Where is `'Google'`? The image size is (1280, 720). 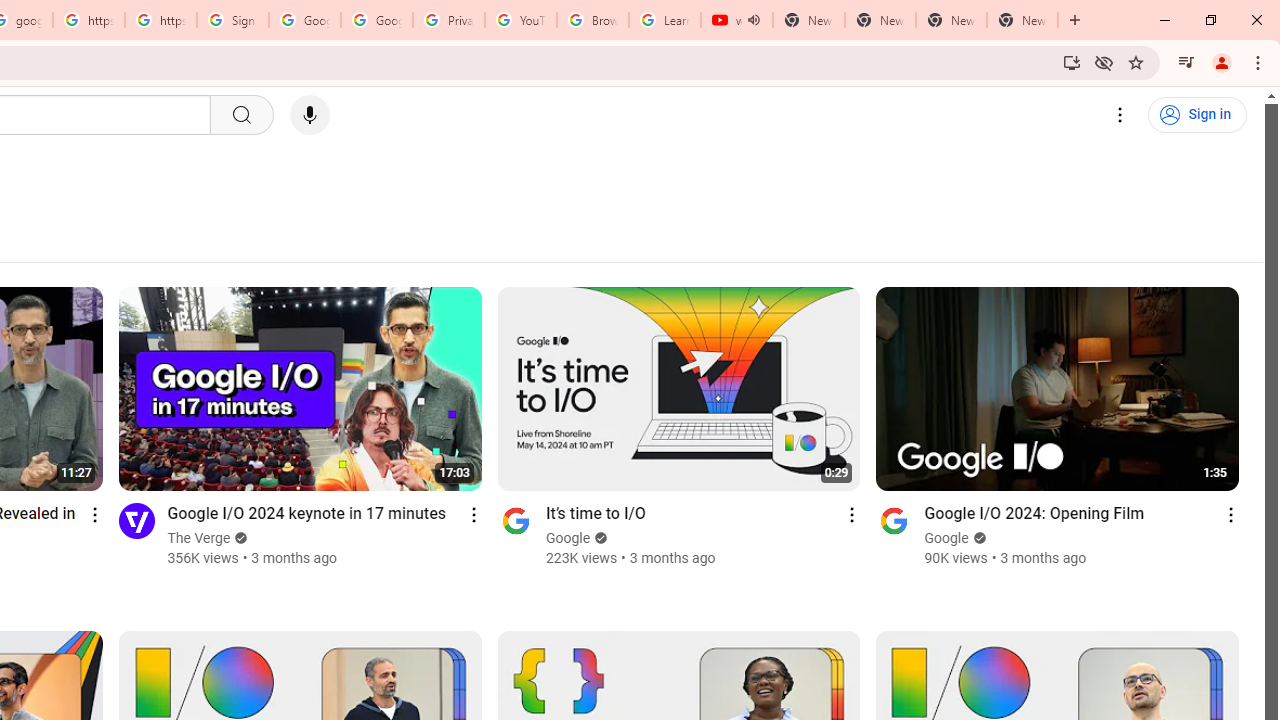 'Google' is located at coordinates (946, 537).